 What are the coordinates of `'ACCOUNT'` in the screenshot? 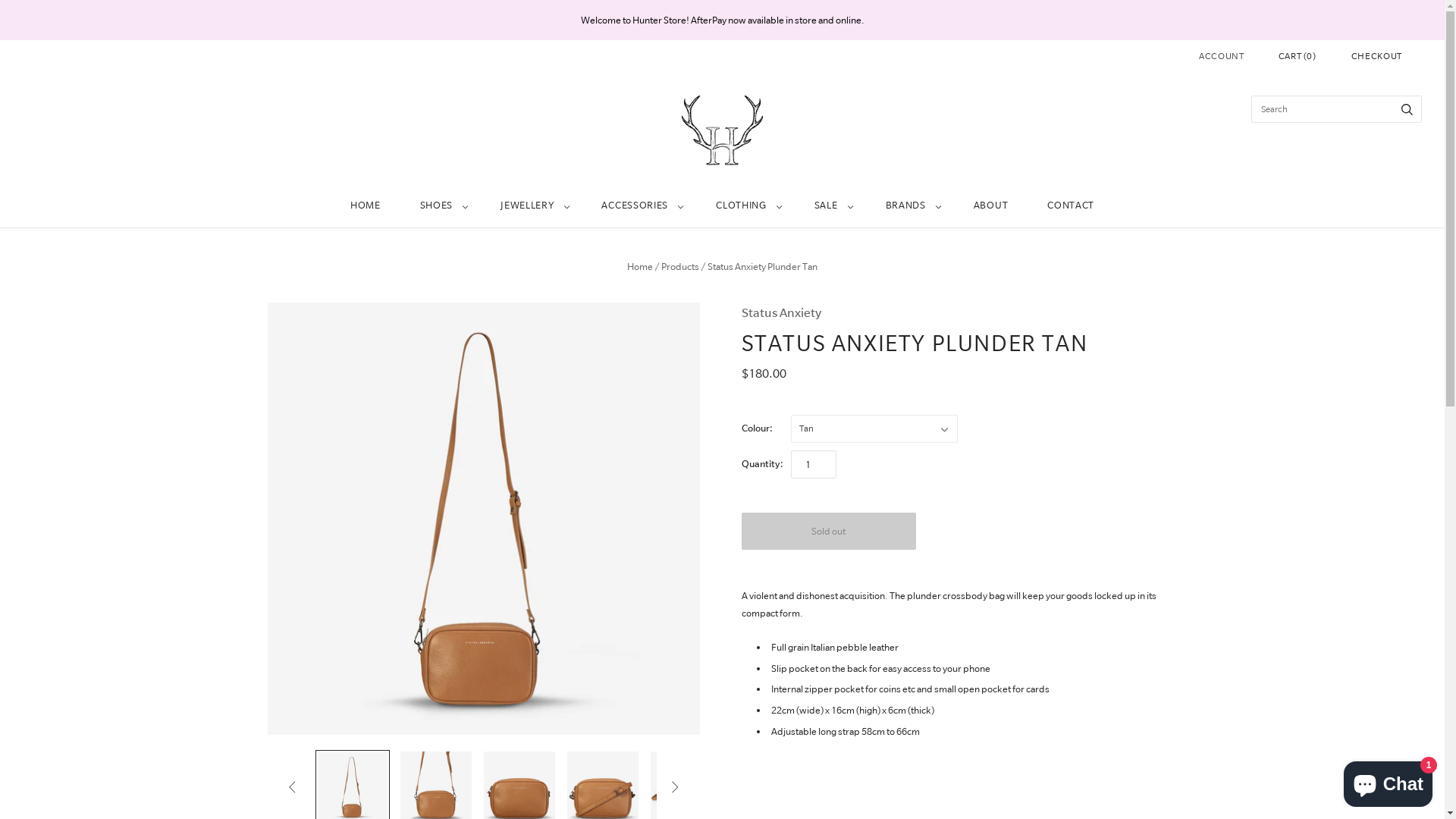 It's located at (1222, 55).